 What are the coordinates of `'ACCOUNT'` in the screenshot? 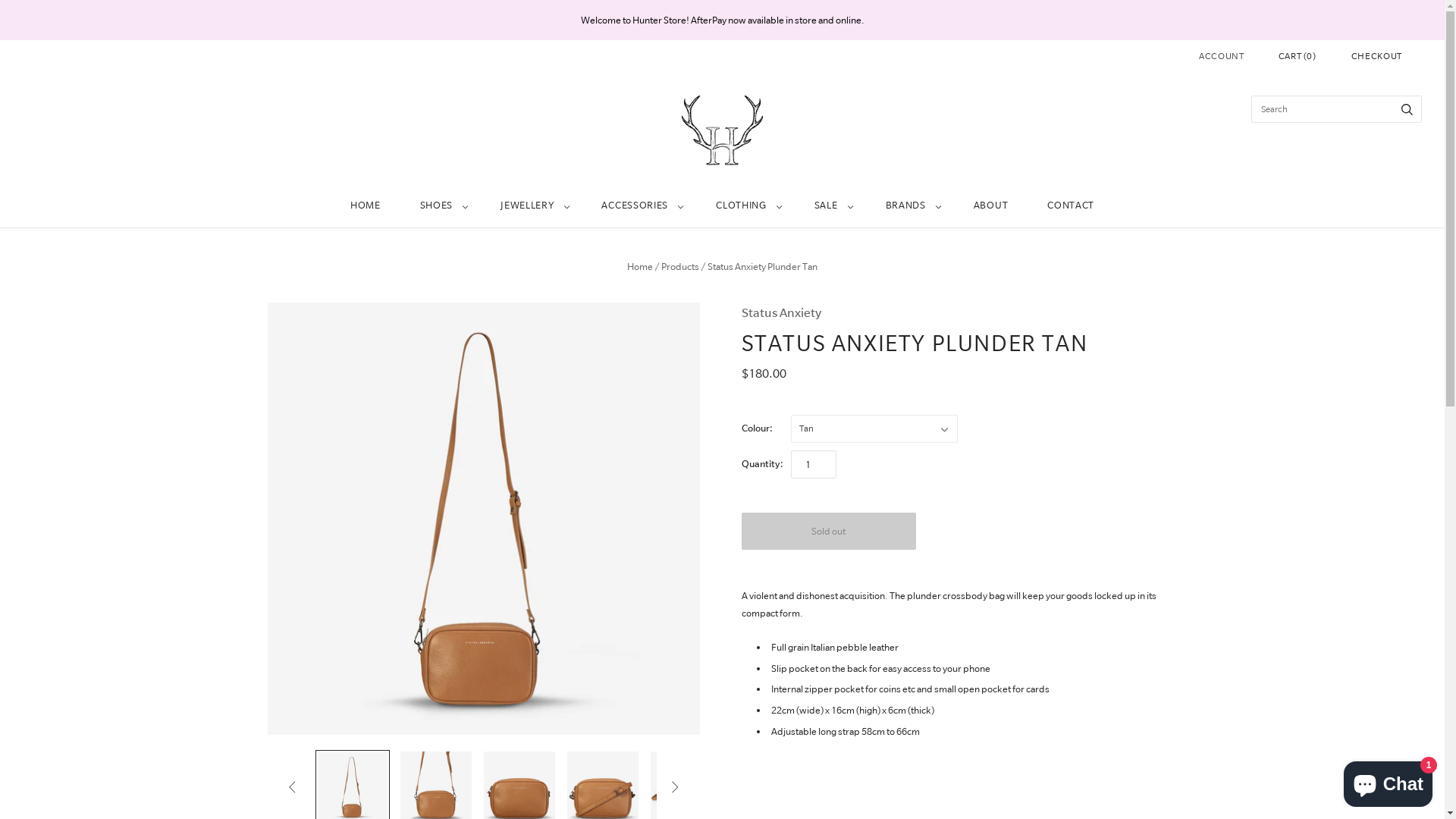 It's located at (1222, 55).